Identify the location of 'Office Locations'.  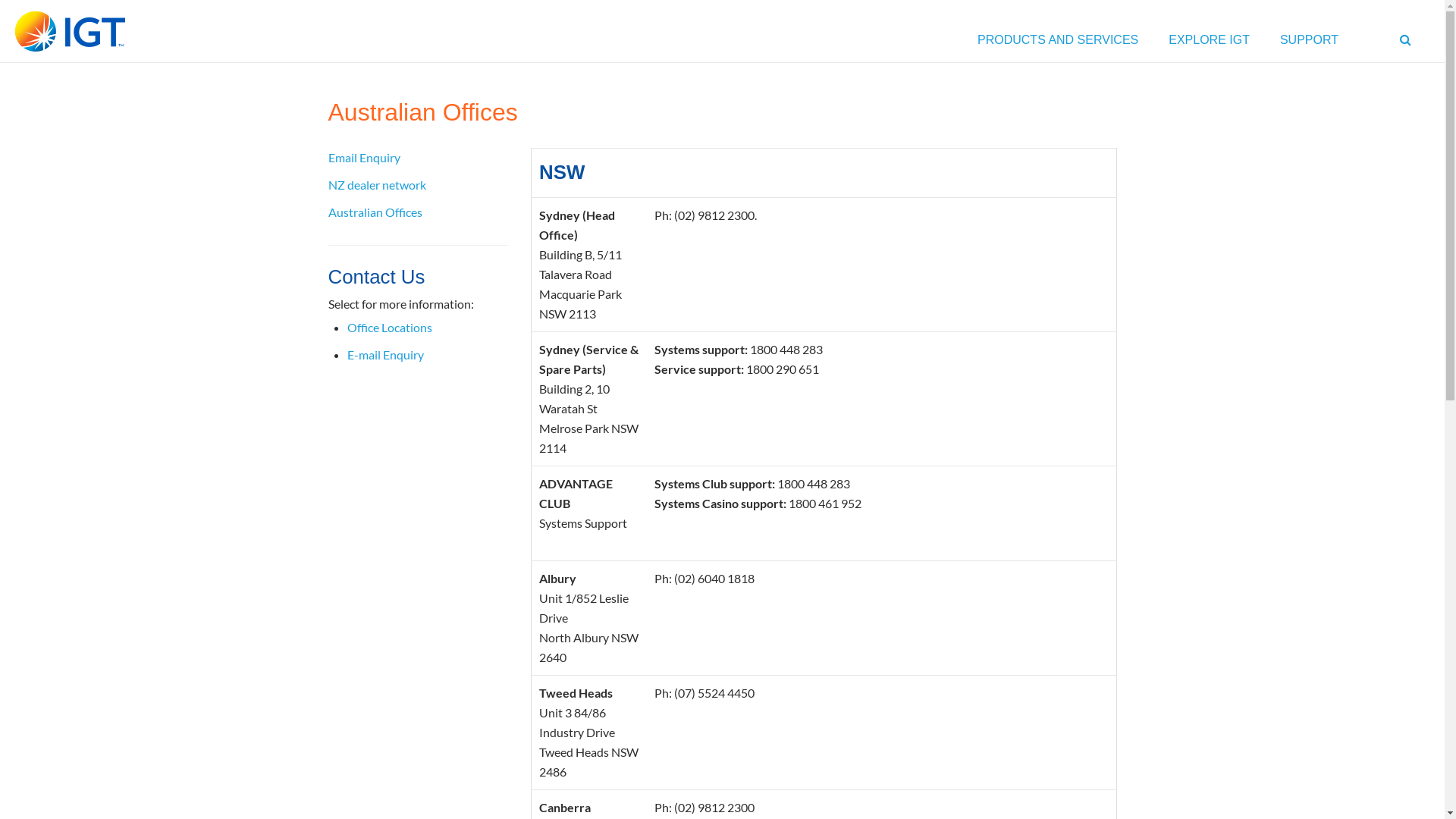
(389, 326).